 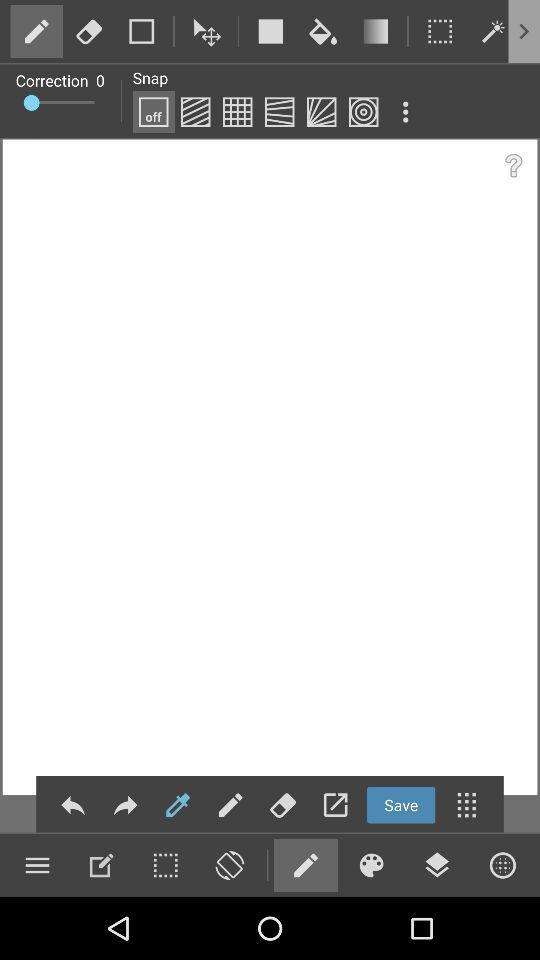 What do you see at coordinates (405, 112) in the screenshot?
I see `the more icon` at bounding box center [405, 112].